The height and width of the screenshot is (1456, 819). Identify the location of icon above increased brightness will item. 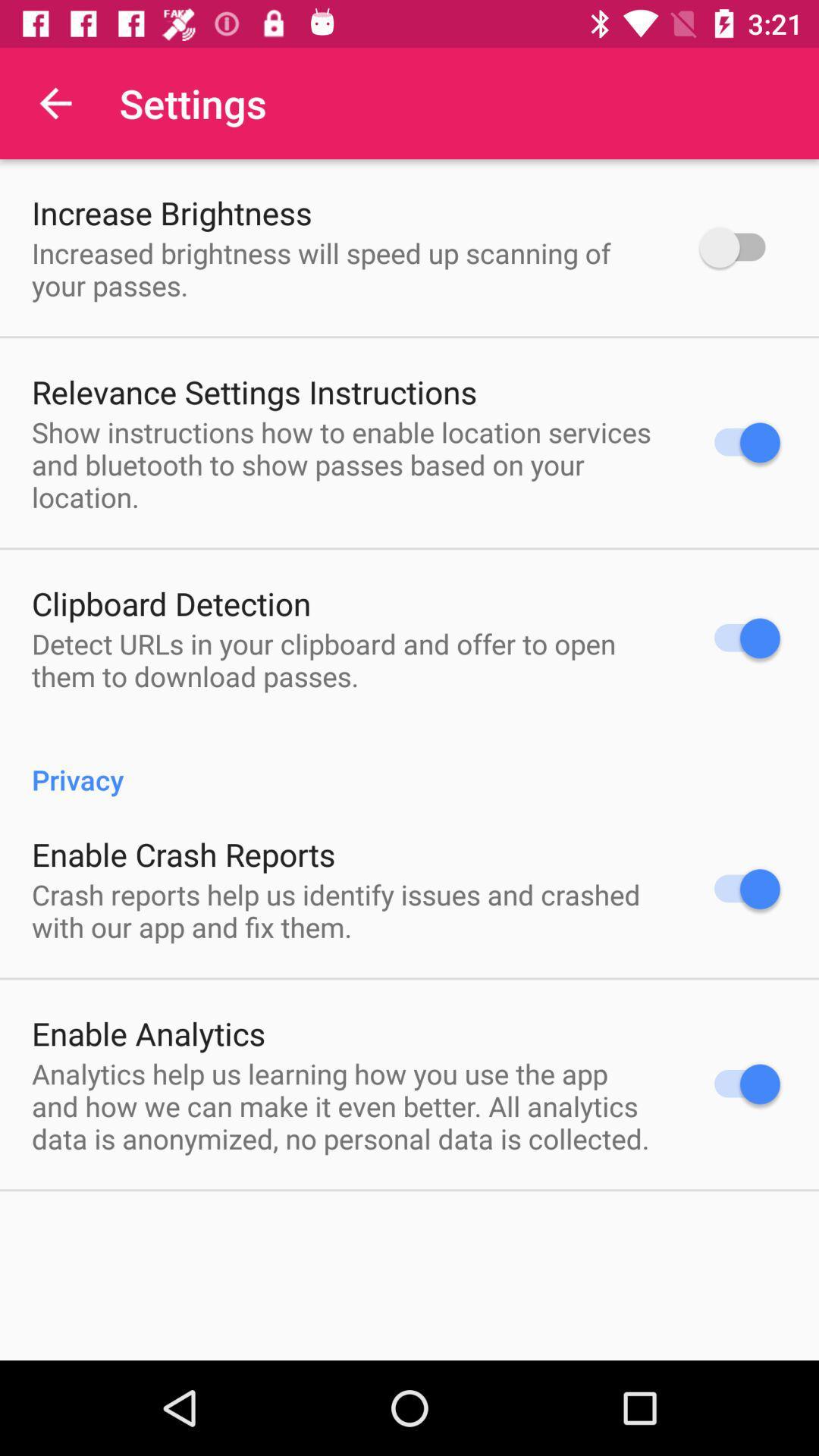
(171, 212).